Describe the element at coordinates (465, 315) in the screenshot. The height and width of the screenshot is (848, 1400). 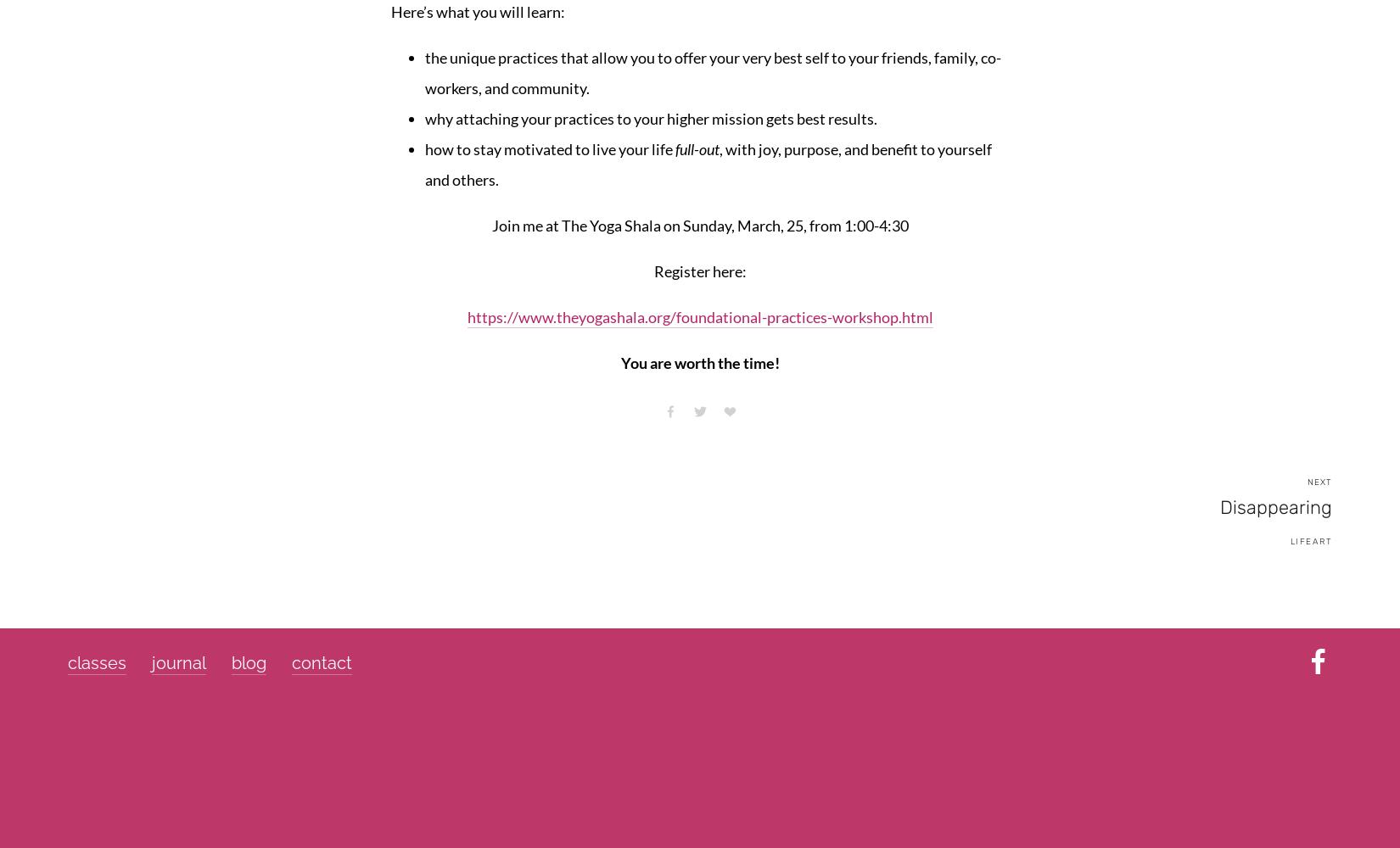
I see `'https://www.theyogashala.org/foundational-practices-workshop.html'` at that location.